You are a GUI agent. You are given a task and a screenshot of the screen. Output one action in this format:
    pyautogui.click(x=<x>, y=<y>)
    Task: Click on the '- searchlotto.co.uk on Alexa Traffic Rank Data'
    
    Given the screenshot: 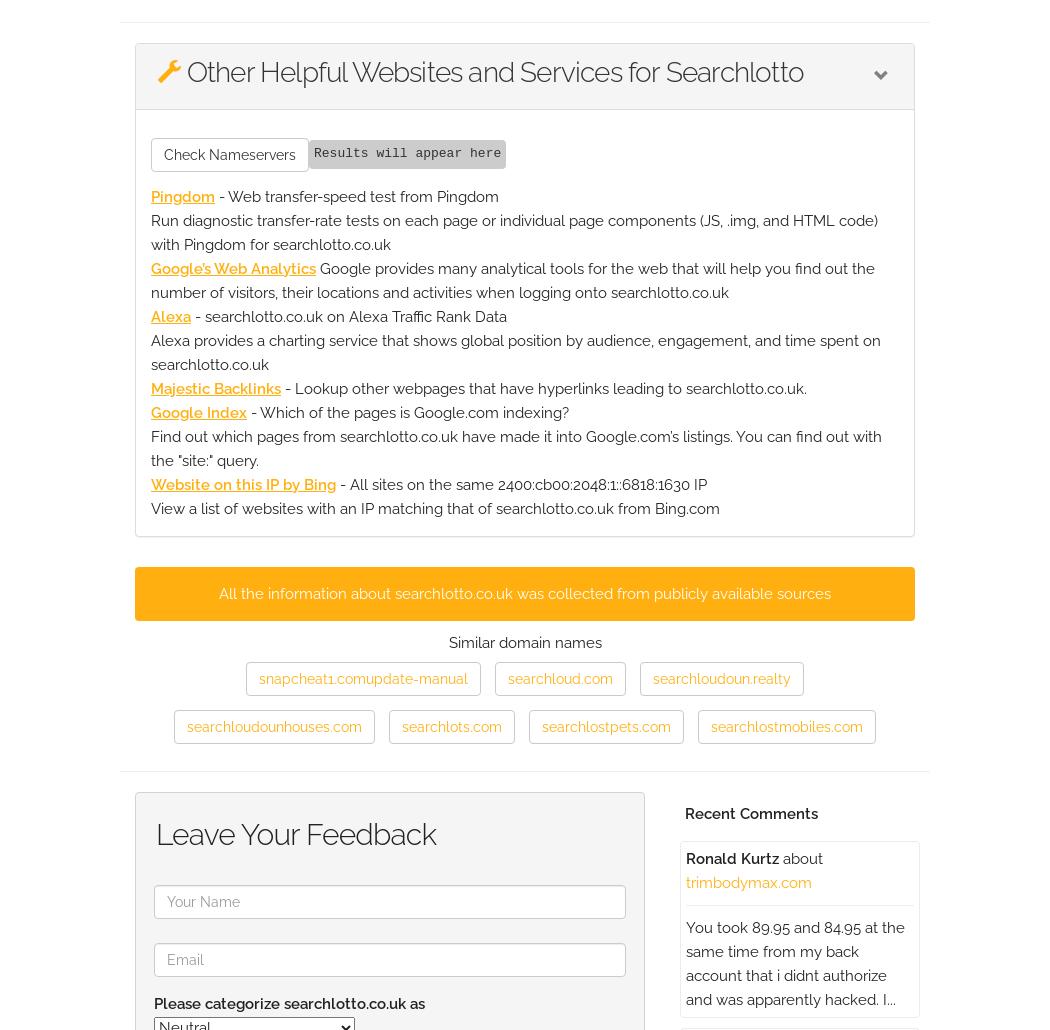 What is the action you would take?
    pyautogui.click(x=348, y=315)
    